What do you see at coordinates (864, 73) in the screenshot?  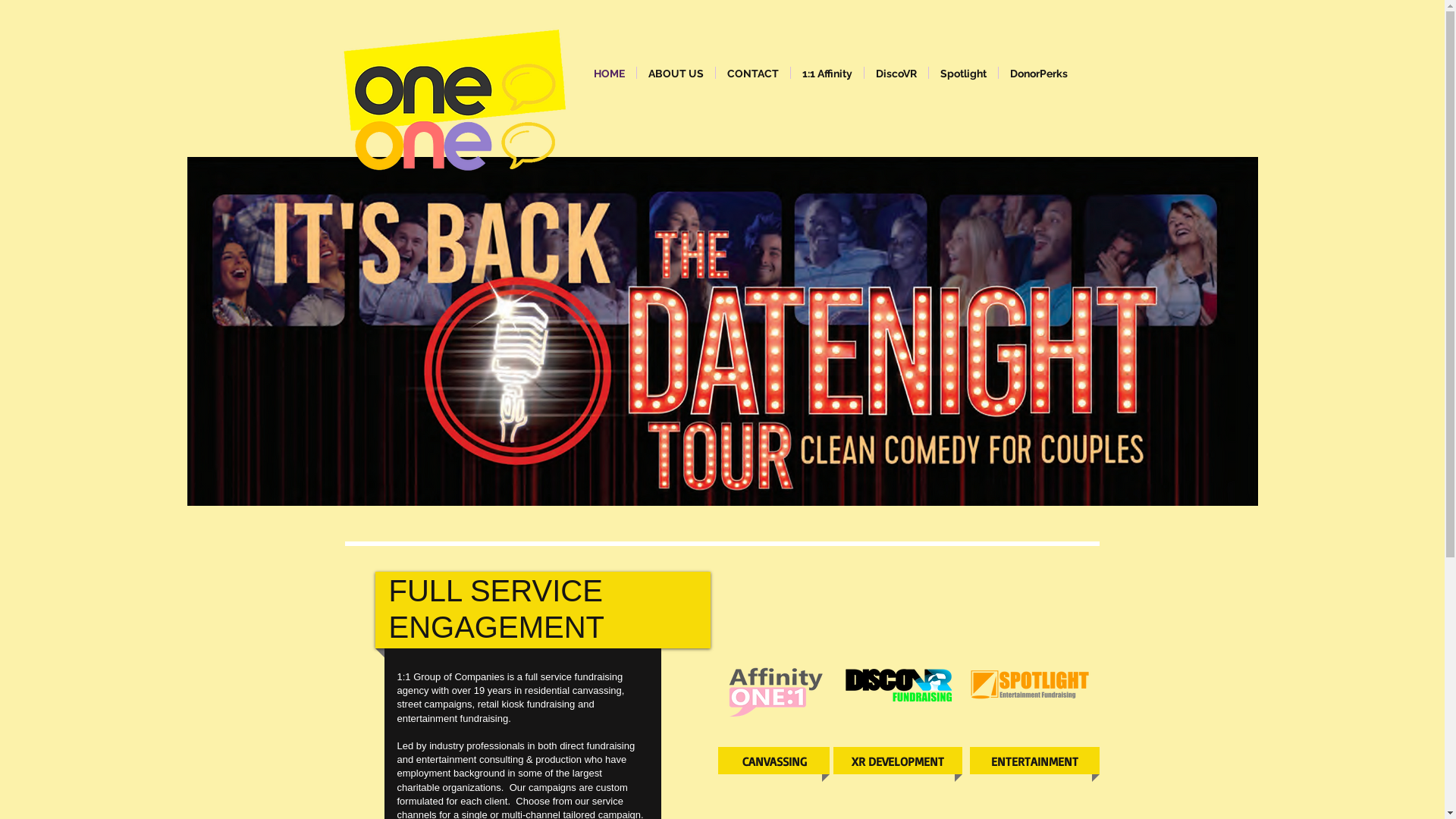 I see `'DiscoVR'` at bounding box center [864, 73].